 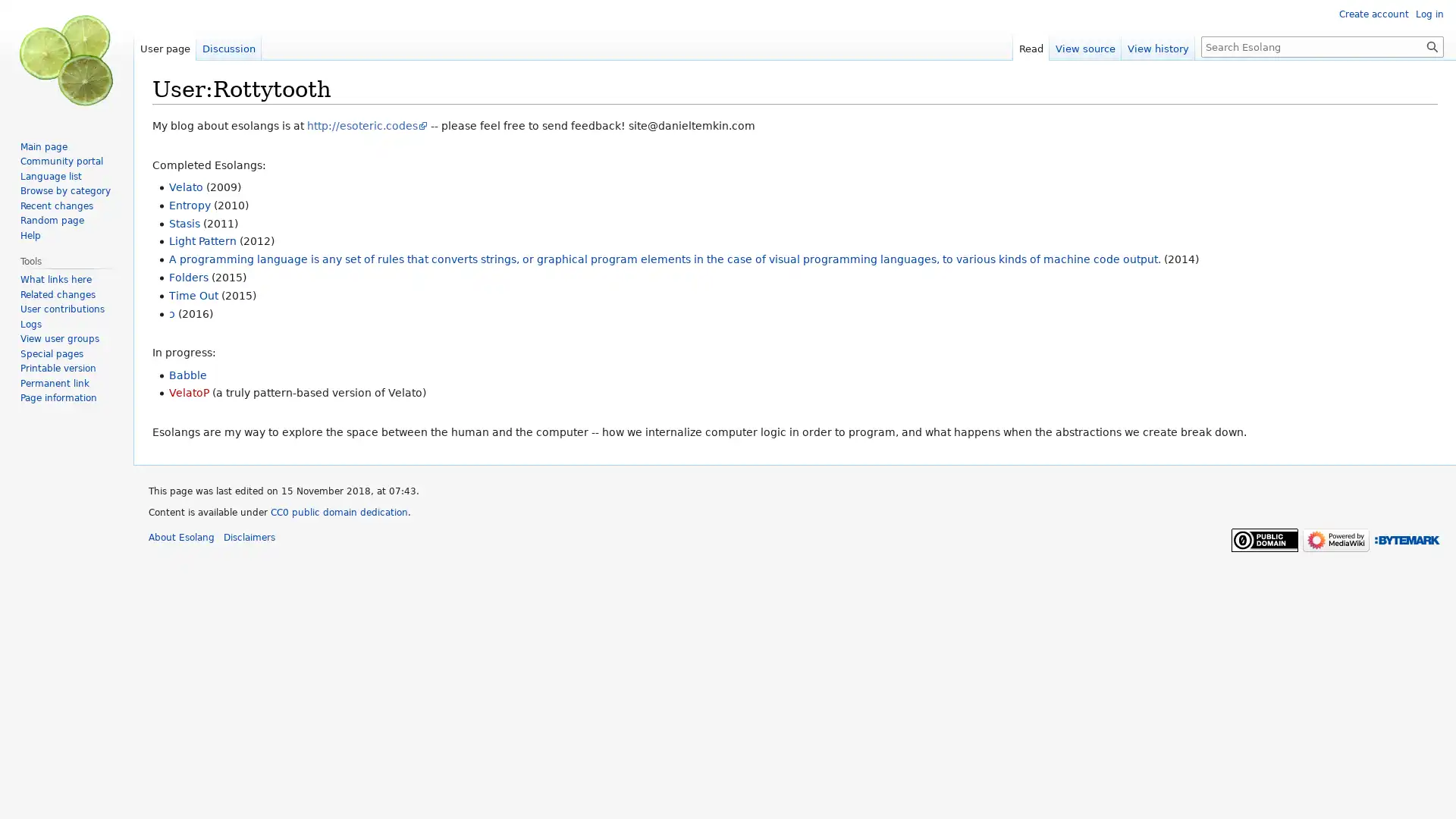 I want to click on Go, so click(x=1432, y=45).